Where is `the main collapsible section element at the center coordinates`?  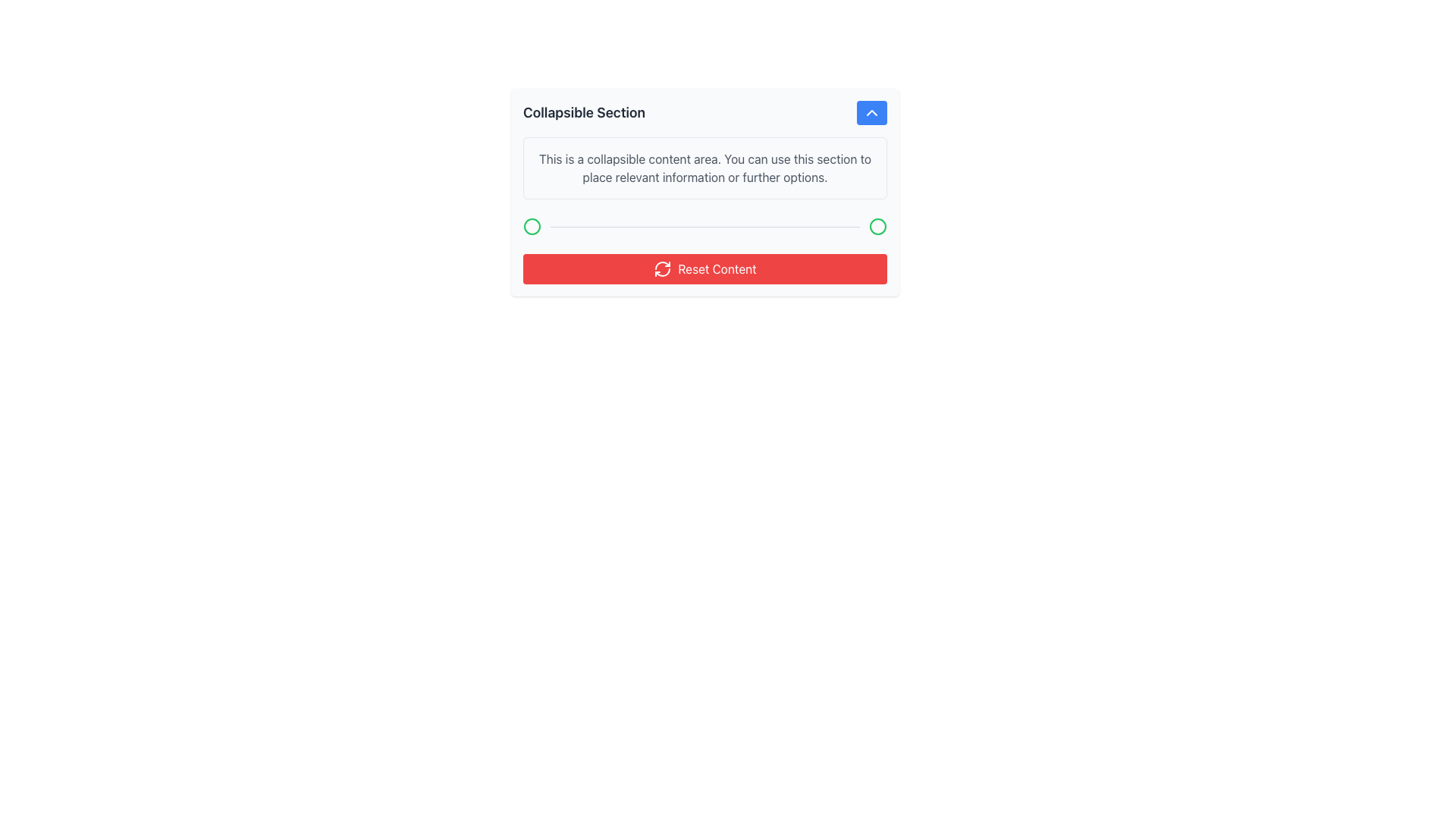
the main collapsible section element at the center coordinates is located at coordinates (704, 192).